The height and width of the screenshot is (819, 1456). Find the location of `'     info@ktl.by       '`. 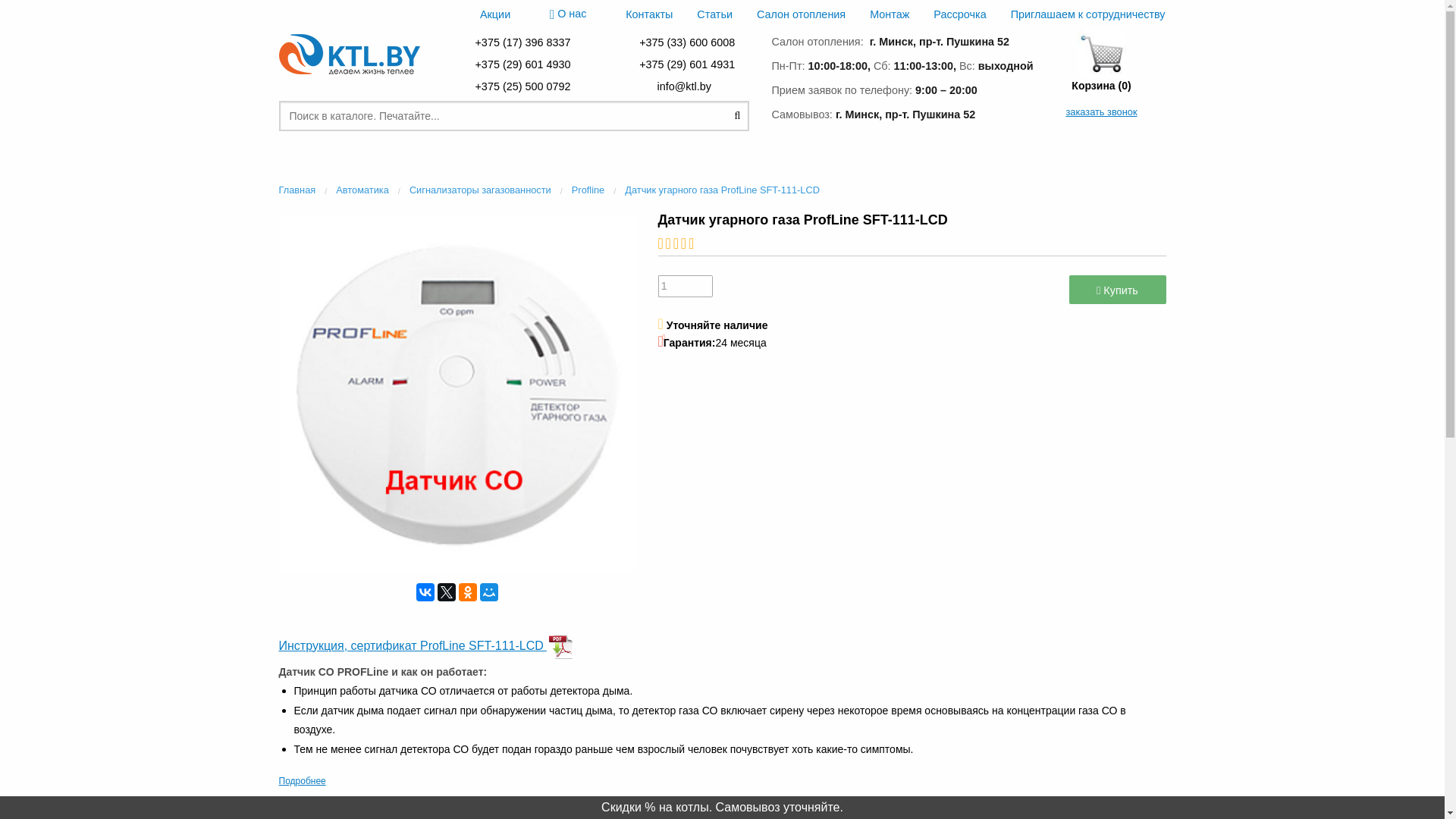

'     info@ktl.by       ' is located at coordinates (686, 86).